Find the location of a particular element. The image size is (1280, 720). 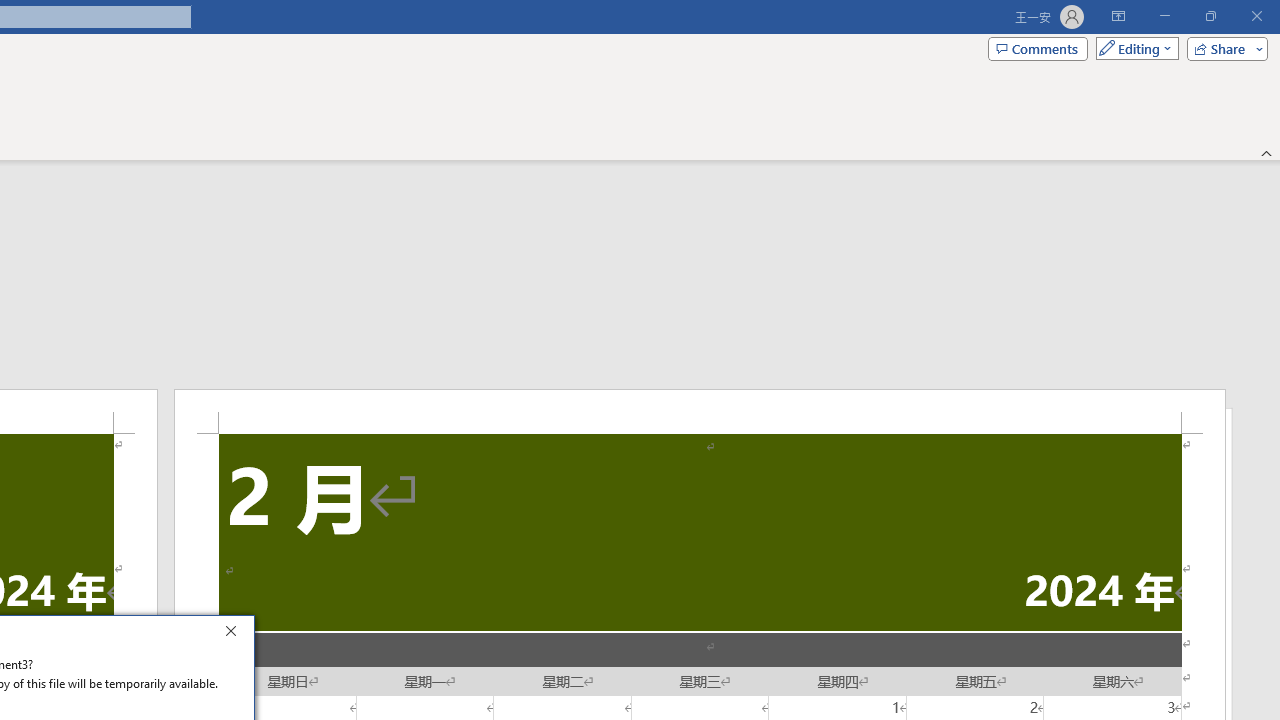

'Ribbon Display Options' is located at coordinates (1117, 16).